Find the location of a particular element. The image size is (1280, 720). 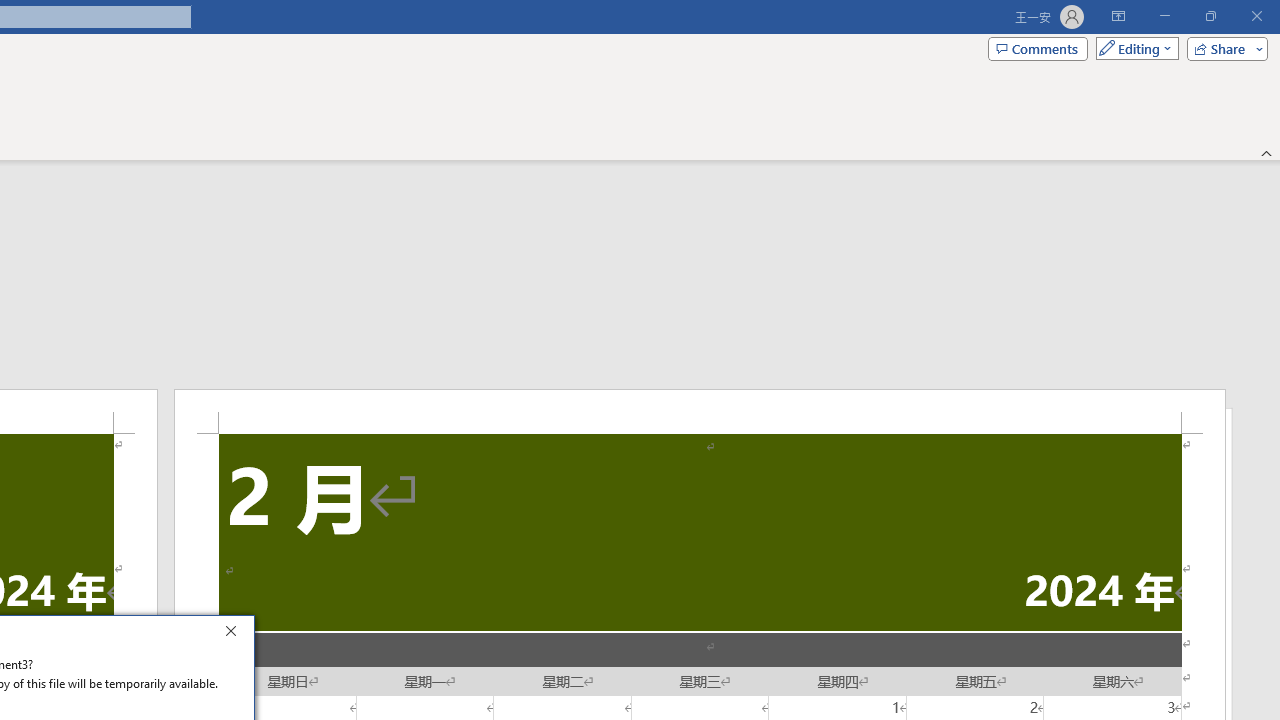

'Ribbon Display Options' is located at coordinates (1117, 16).